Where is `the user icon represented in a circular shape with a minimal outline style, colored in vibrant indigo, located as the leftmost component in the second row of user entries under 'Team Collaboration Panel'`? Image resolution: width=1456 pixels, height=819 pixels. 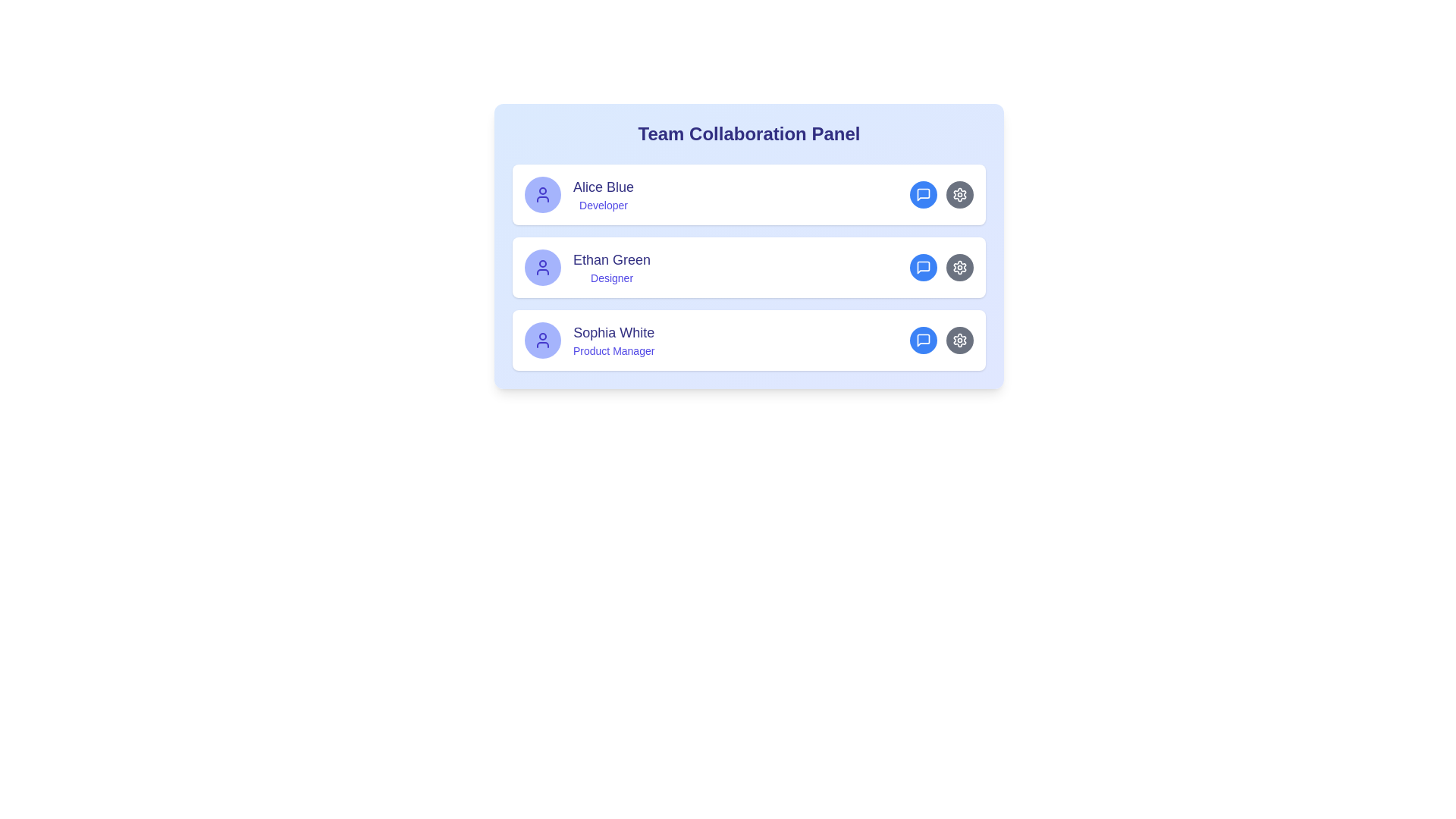 the user icon represented in a circular shape with a minimal outline style, colored in vibrant indigo, located as the leftmost component in the second row of user entries under 'Team Collaboration Panel' is located at coordinates (542, 267).